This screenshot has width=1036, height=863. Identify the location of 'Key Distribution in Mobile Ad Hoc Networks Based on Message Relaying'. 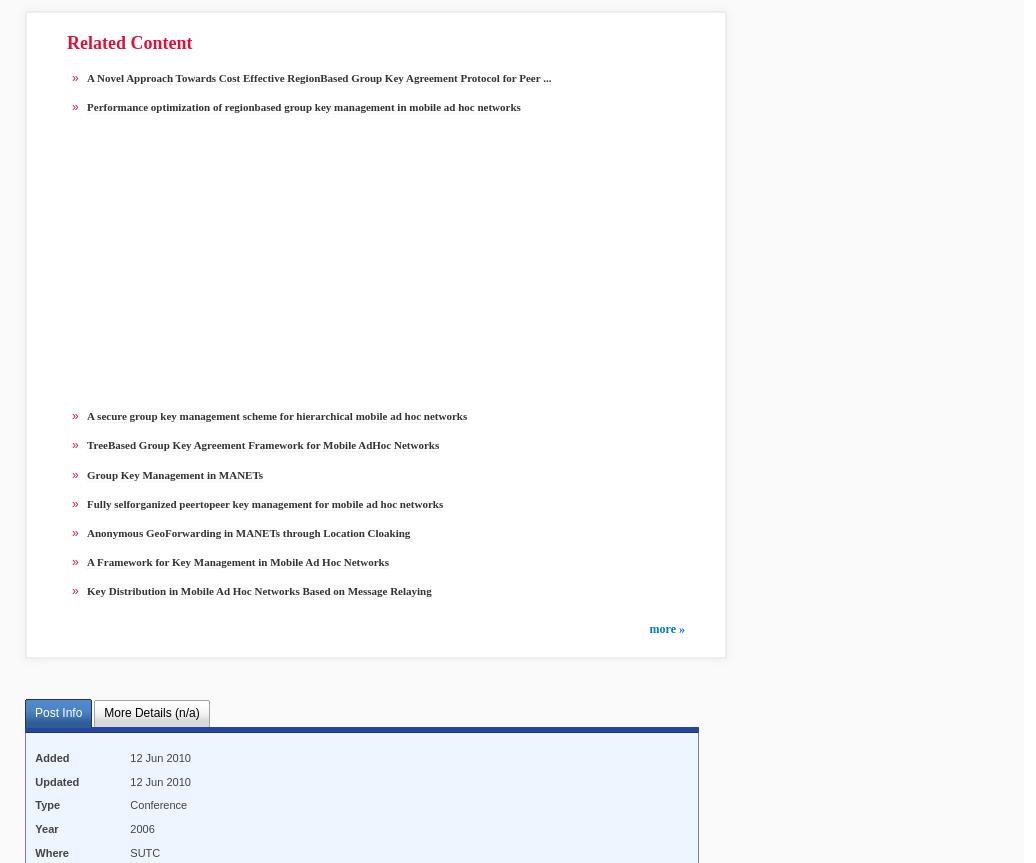
(259, 590).